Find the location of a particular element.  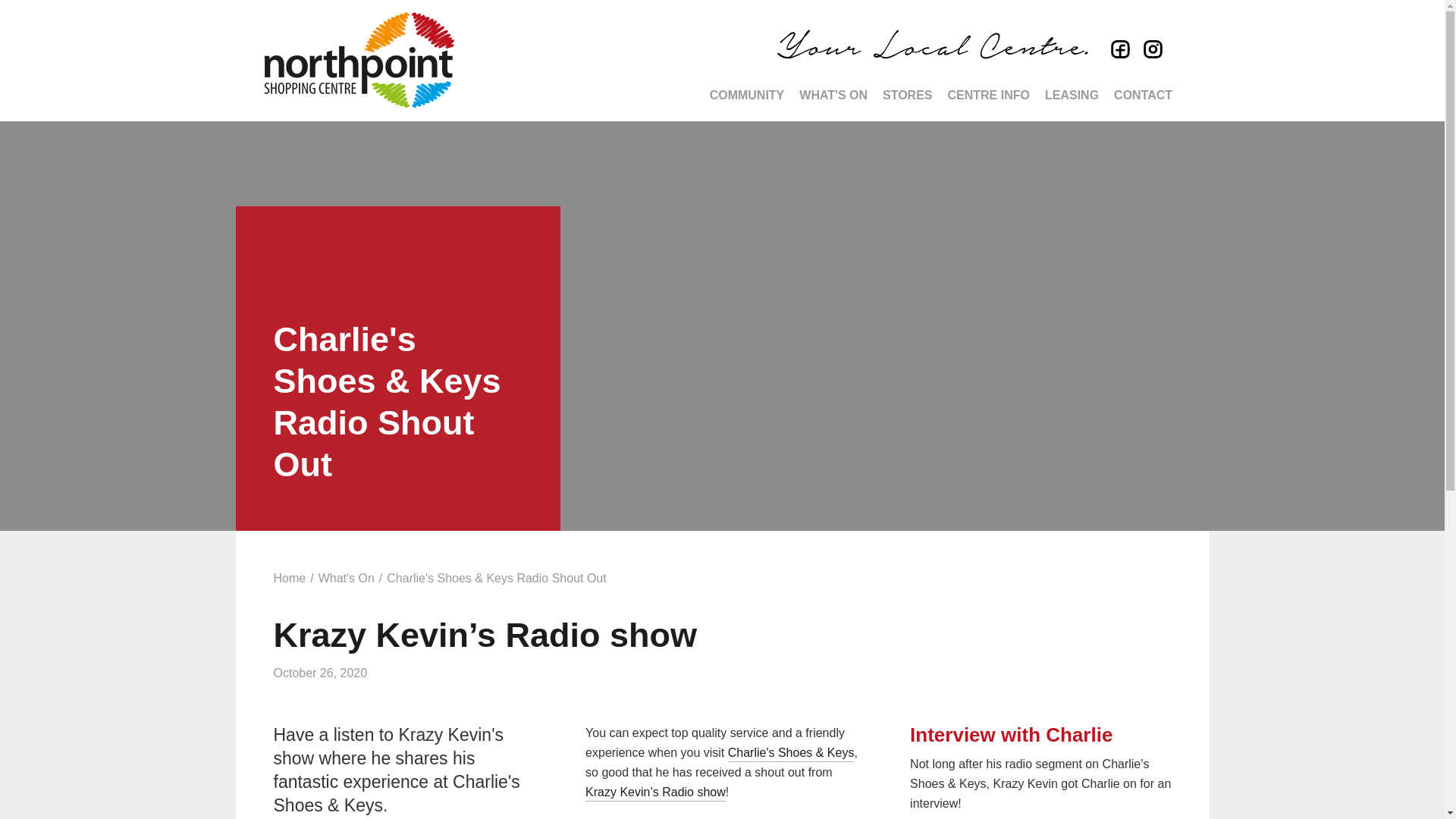

'What's On' is located at coordinates (345, 579).